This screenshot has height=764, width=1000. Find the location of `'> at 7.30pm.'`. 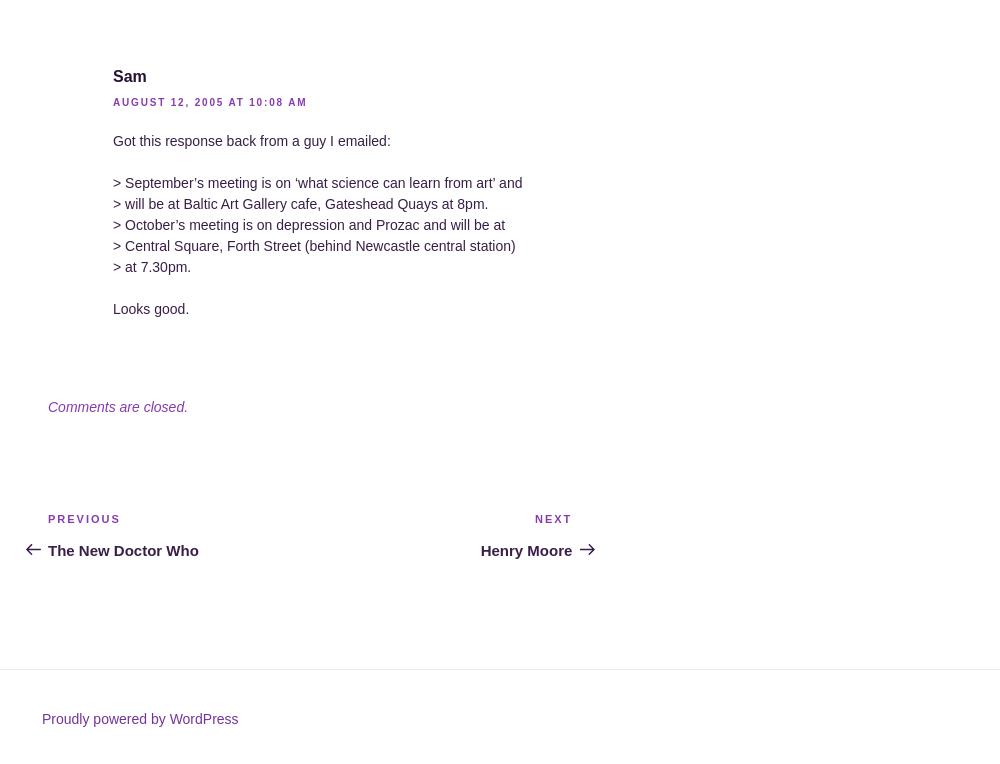

'> at 7.30pm.' is located at coordinates (152, 267).